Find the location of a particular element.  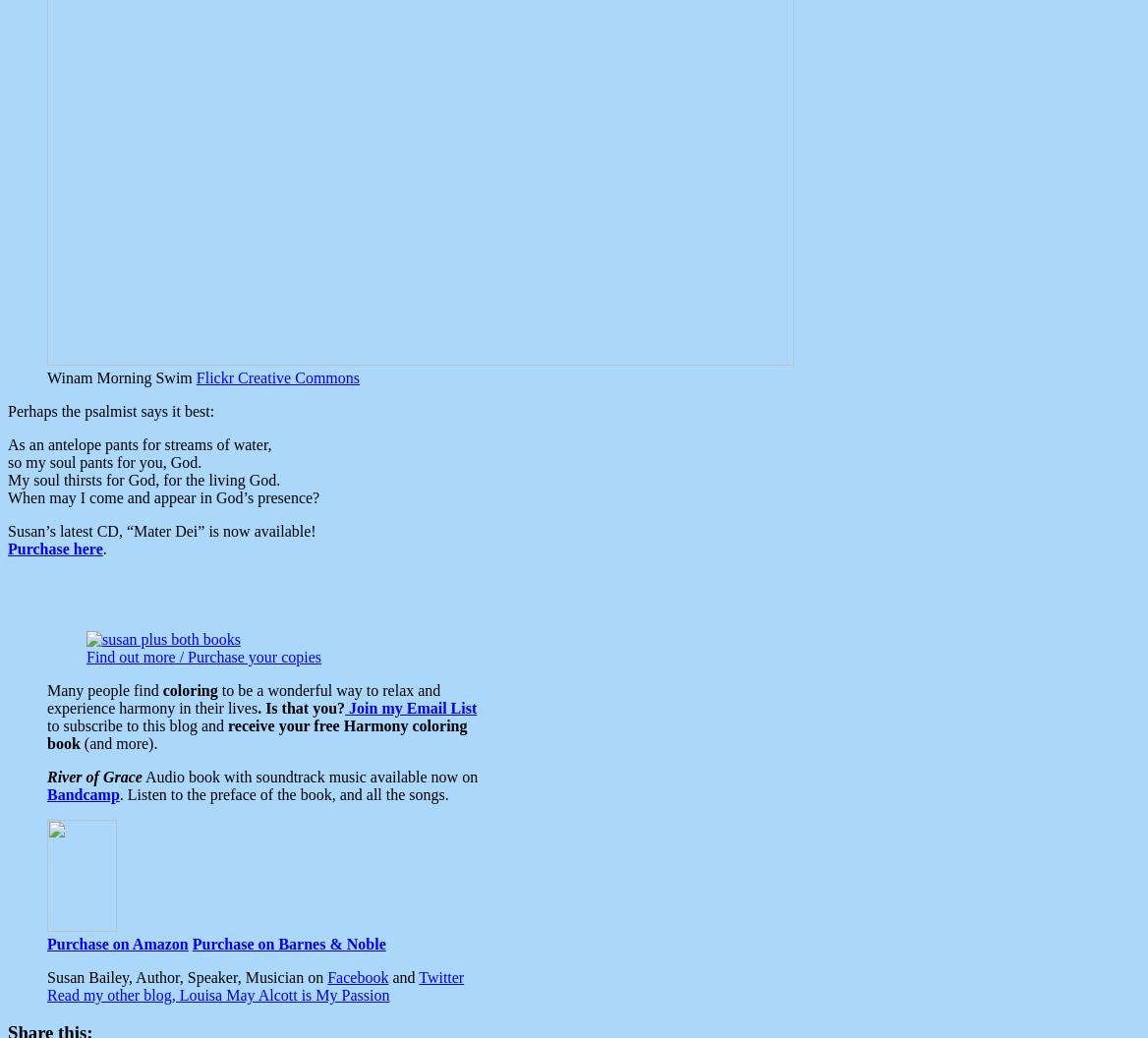

'River of Grace' is located at coordinates (93, 775).